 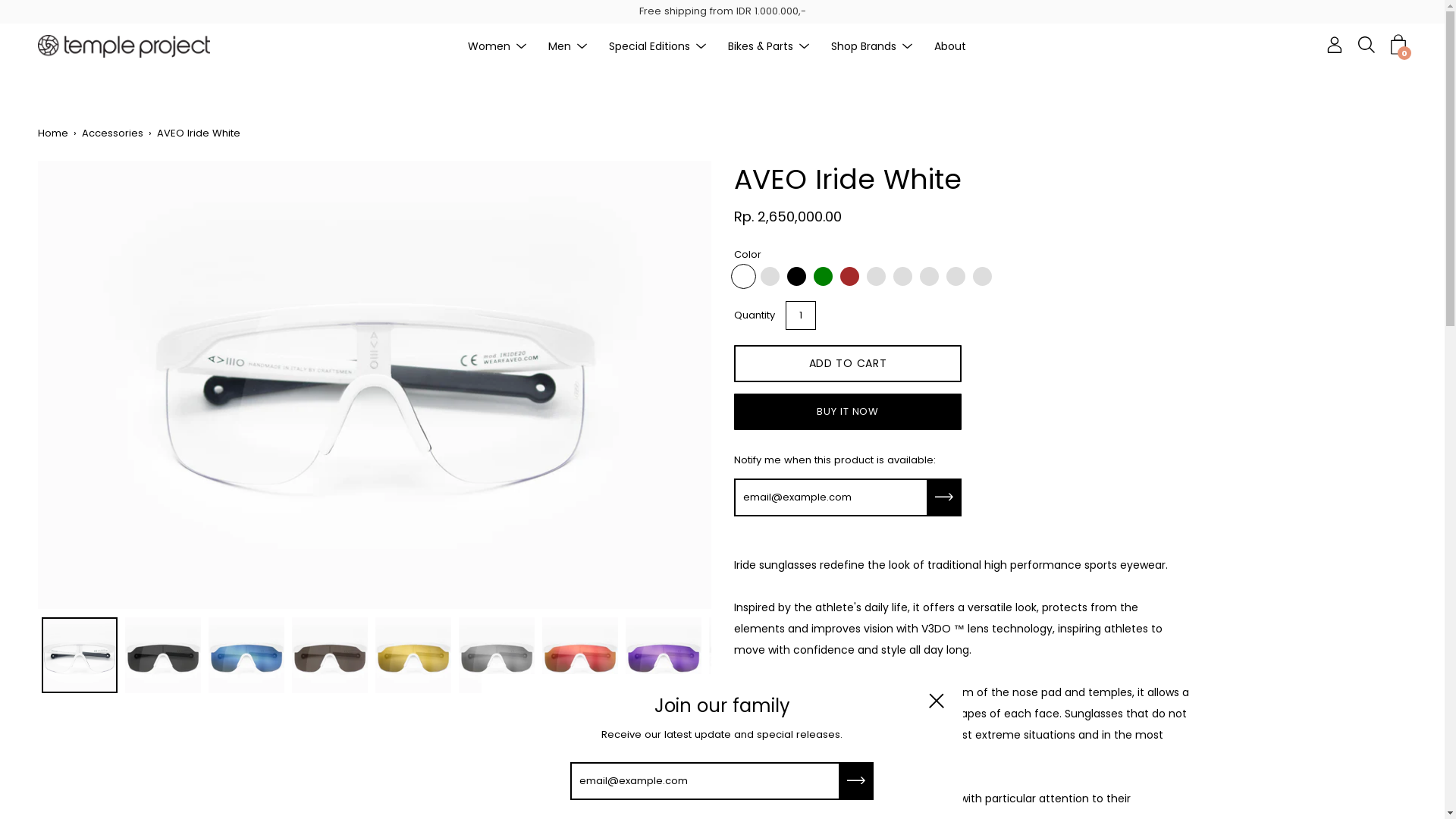 What do you see at coordinates (863, 45) in the screenshot?
I see `'Shop Brands'` at bounding box center [863, 45].